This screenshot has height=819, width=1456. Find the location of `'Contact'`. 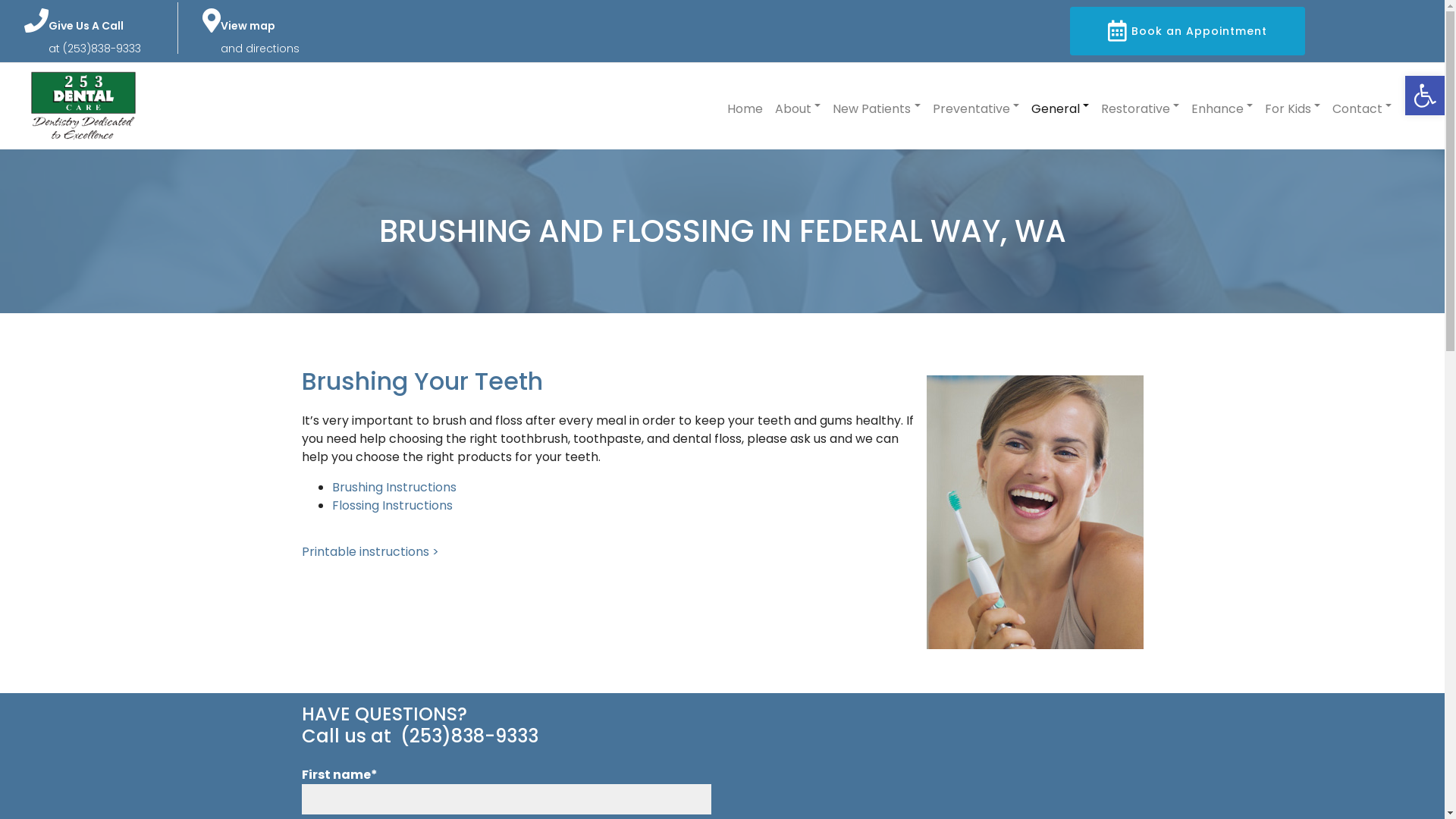

'Contact' is located at coordinates (1361, 105).